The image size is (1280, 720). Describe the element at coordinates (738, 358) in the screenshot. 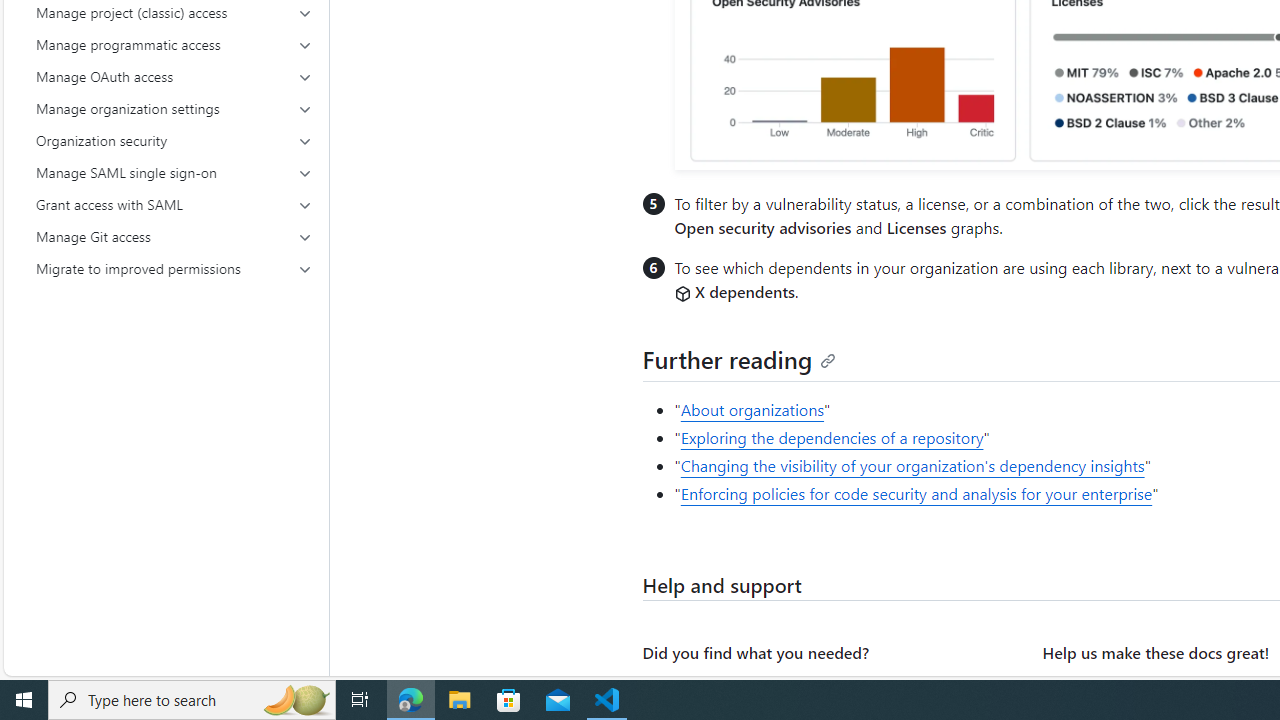

I see `'Further reading'` at that location.